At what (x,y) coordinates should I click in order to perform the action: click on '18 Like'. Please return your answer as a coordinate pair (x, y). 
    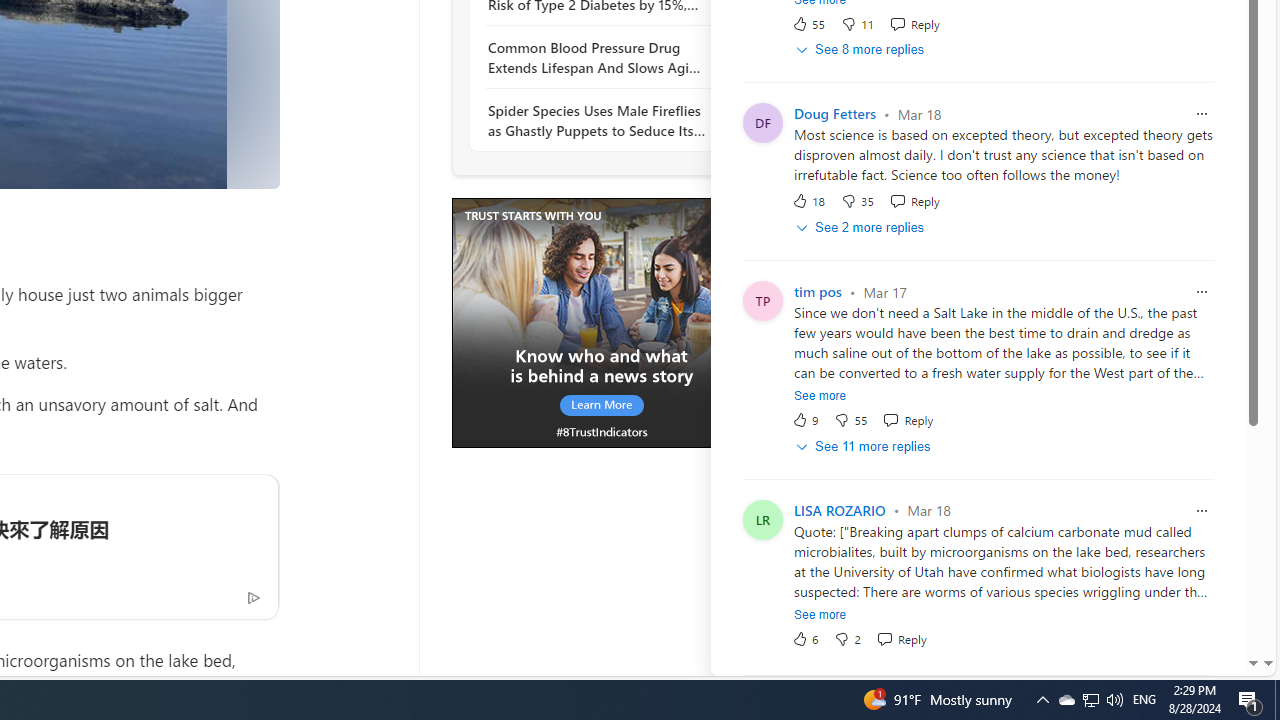
    Looking at the image, I should click on (808, 201).